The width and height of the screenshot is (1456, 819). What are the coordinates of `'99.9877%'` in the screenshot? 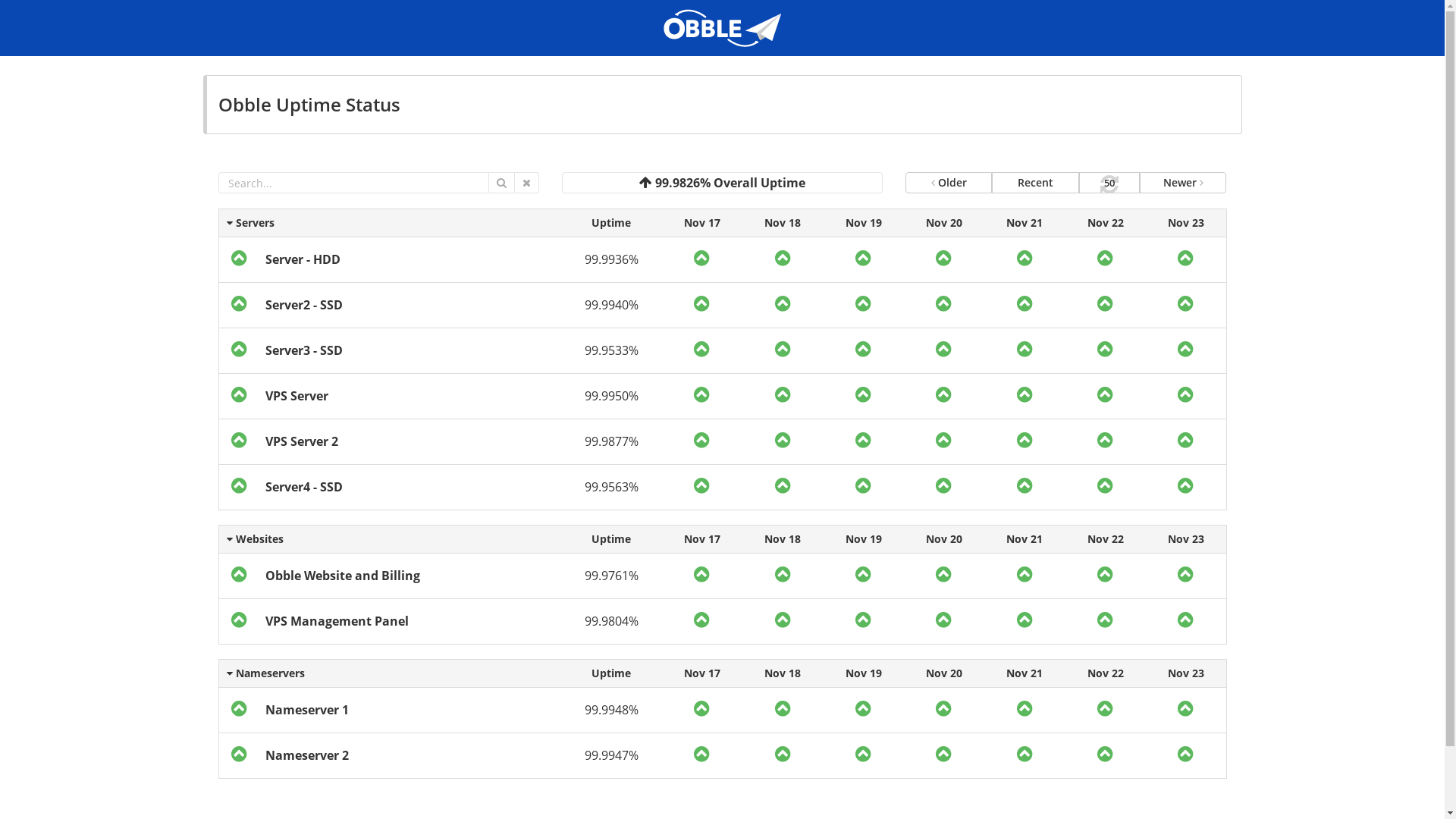 It's located at (611, 441).